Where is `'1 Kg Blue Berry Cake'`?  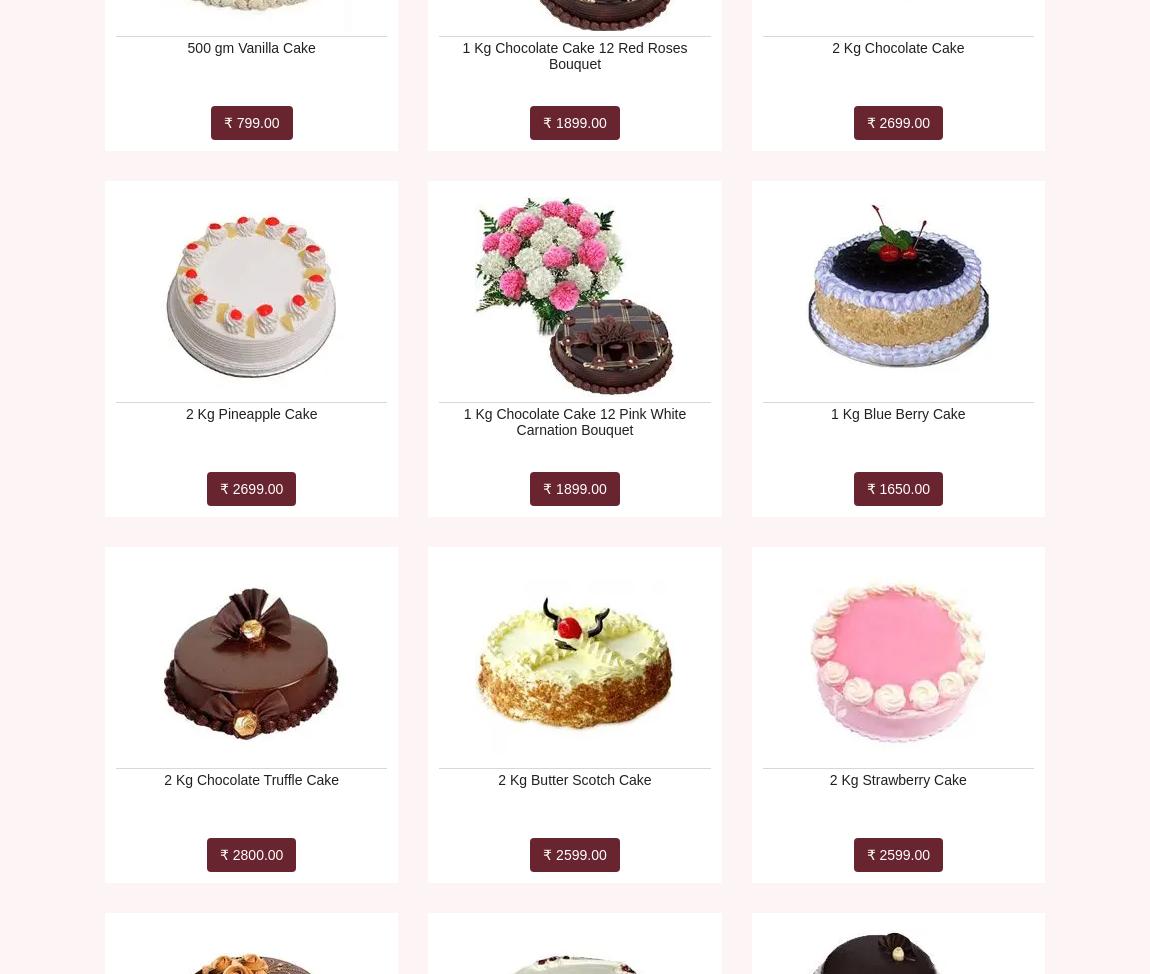 '1 Kg Blue Berry Cake' is located at coordinates (898, 413).